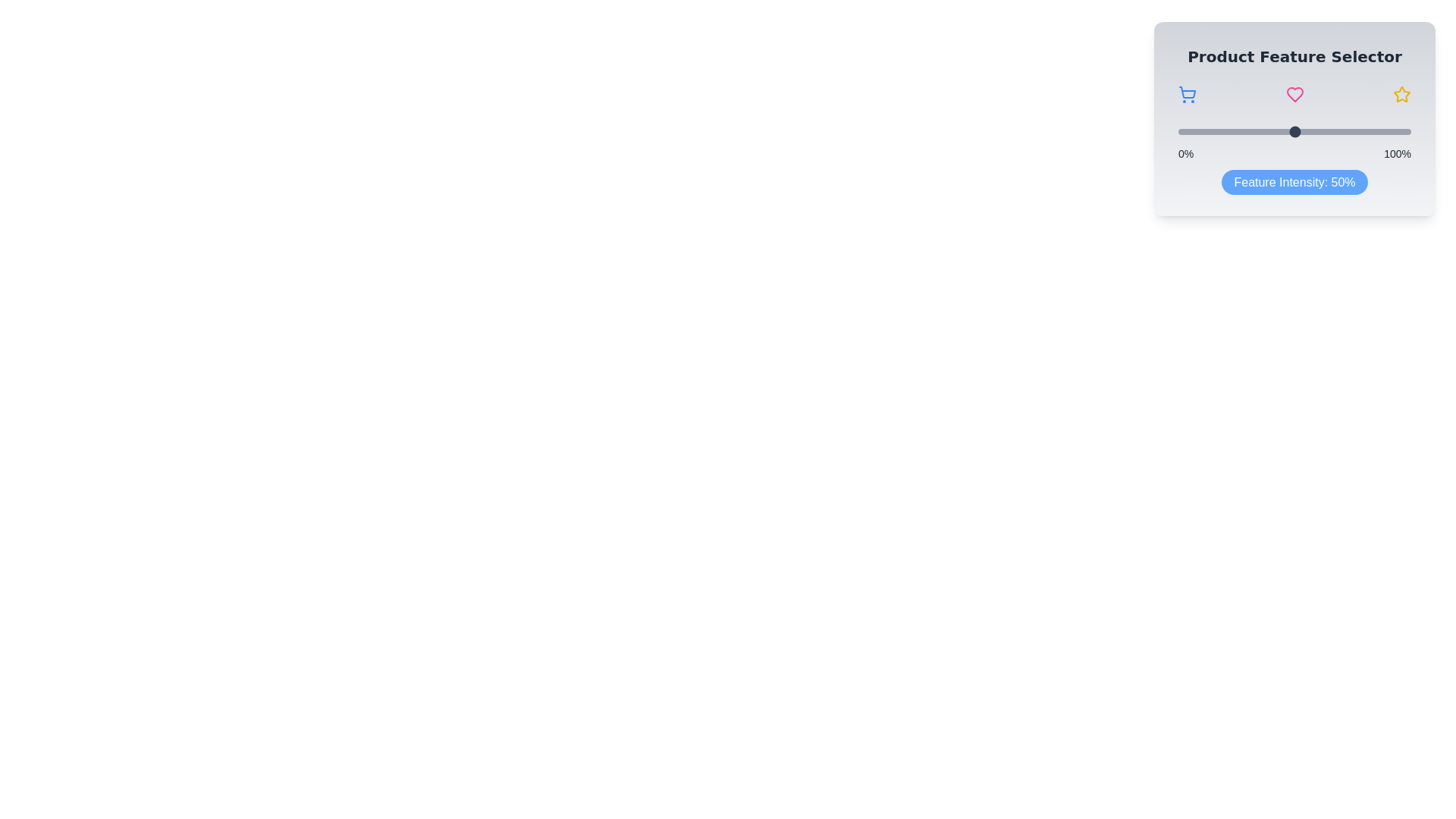 The width and height of the screenshot is (1456, 819). Describe the element at coordinates (1200, 130) in the screenshot. I see `the slider to set the feature intensity to 10%` at that location.